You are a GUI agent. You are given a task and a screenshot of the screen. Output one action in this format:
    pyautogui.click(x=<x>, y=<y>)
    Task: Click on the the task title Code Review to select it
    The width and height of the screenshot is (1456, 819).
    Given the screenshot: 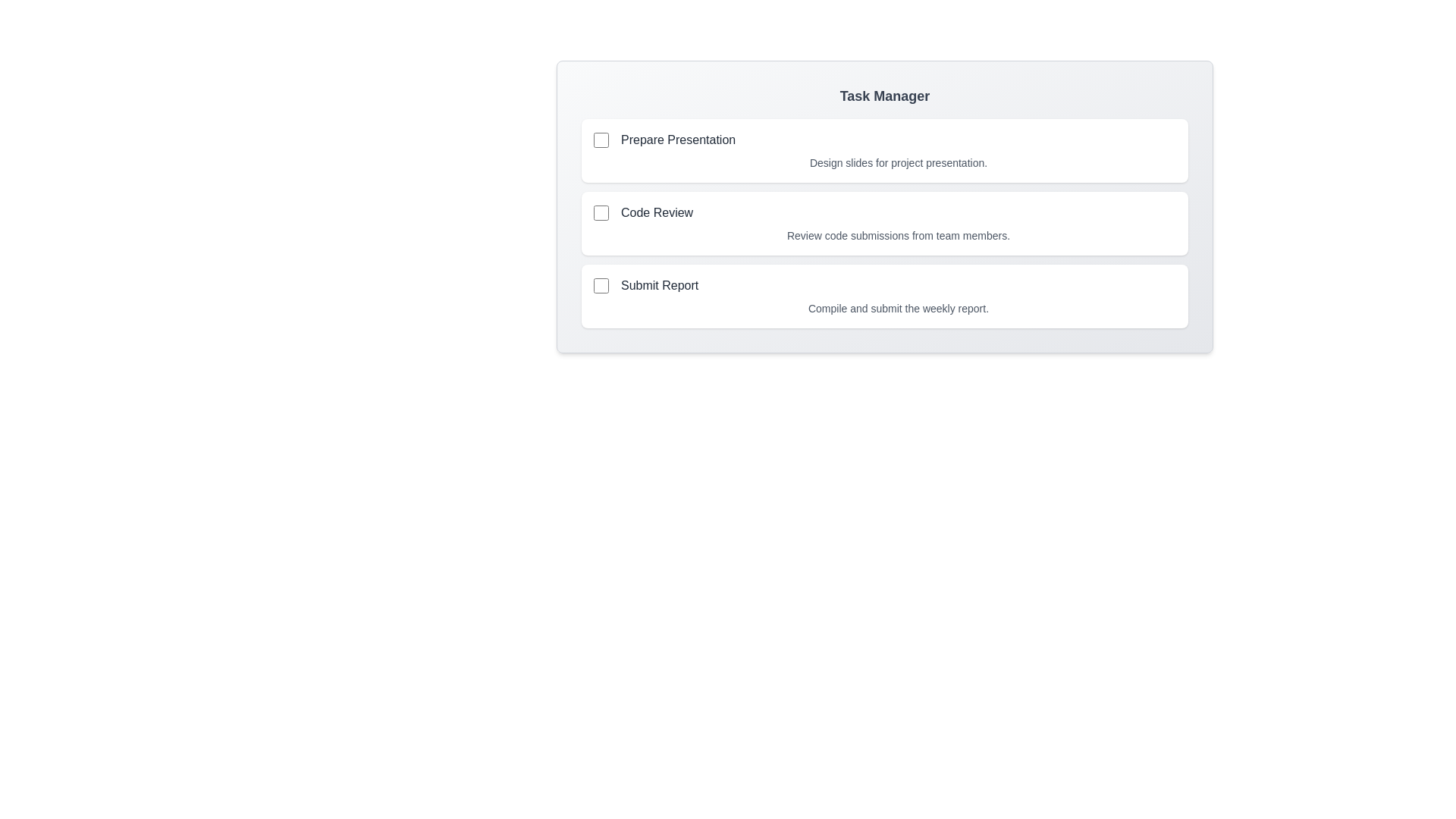 What is the action you would take?
    pyautogui.click(x=657, y=213)
    